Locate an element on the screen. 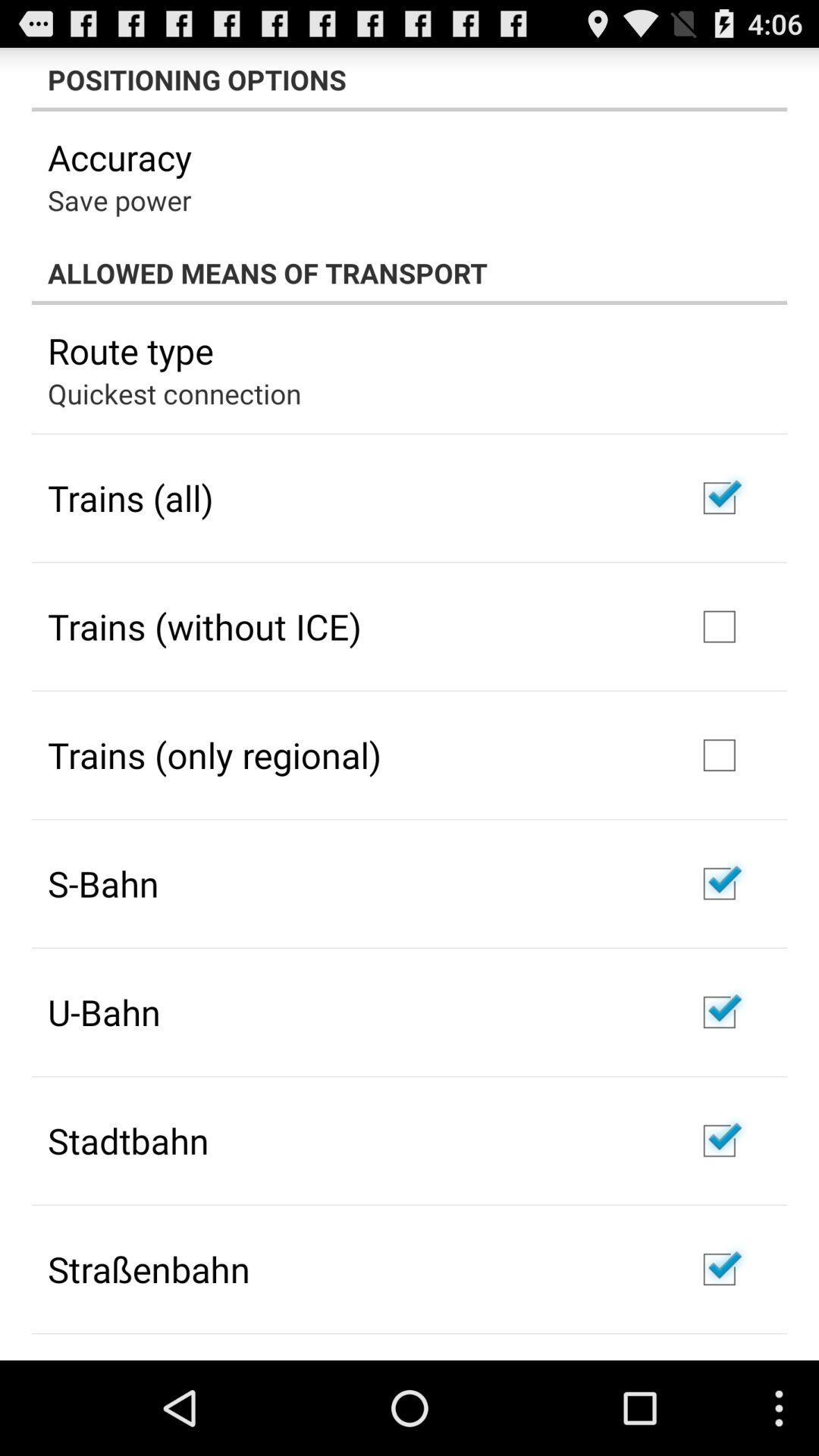  item above route type app is located at coordinates (409, 273).